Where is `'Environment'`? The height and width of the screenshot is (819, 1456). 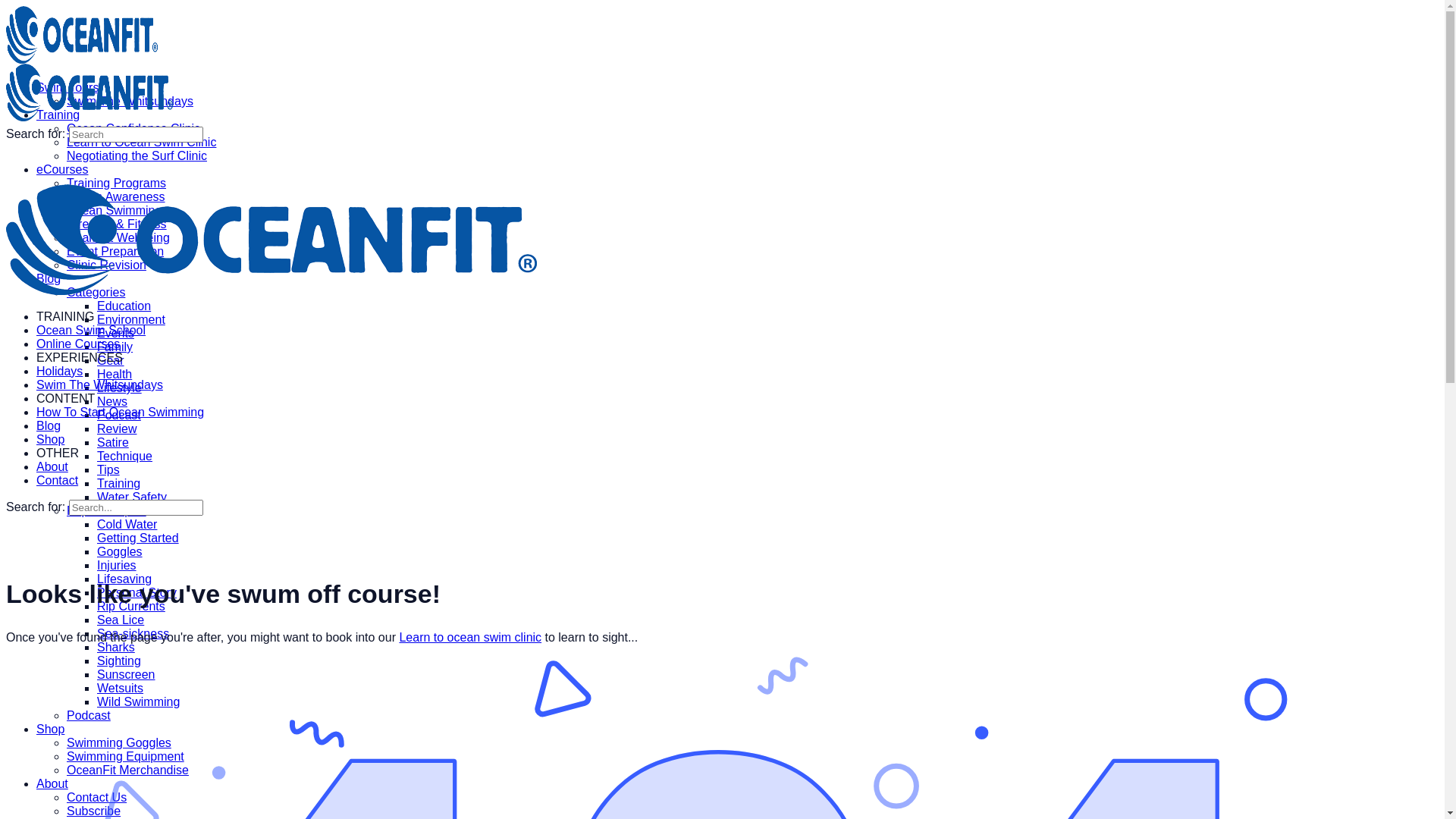 'Environment' is located at coordinates (130, 318).